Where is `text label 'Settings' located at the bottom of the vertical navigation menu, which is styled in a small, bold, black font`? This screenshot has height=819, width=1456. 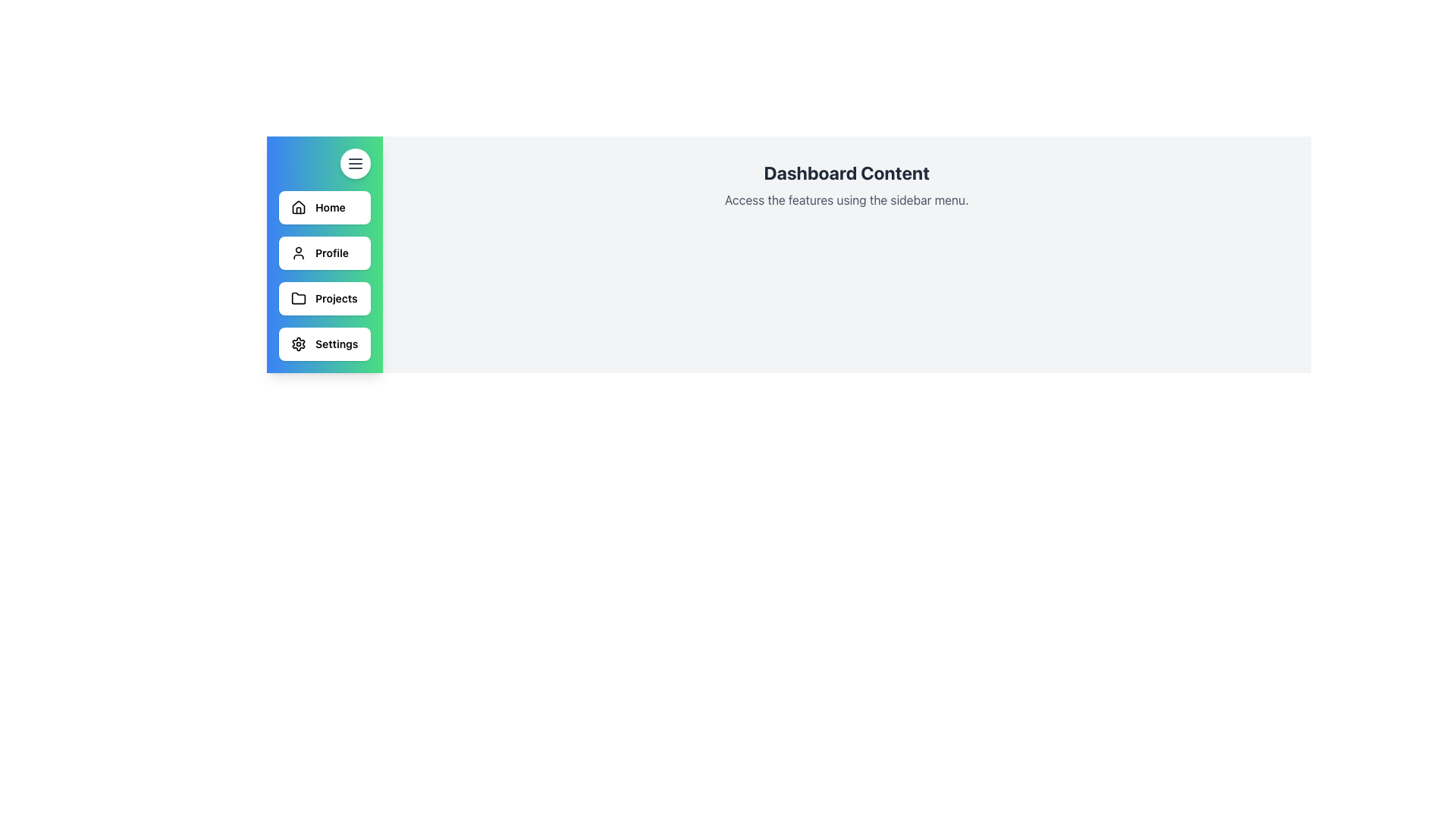
text label 'Settings' located at the bottom of the vertical navigation menu, which is styled in a small, bold, black font is located at coordinates (336, 344).